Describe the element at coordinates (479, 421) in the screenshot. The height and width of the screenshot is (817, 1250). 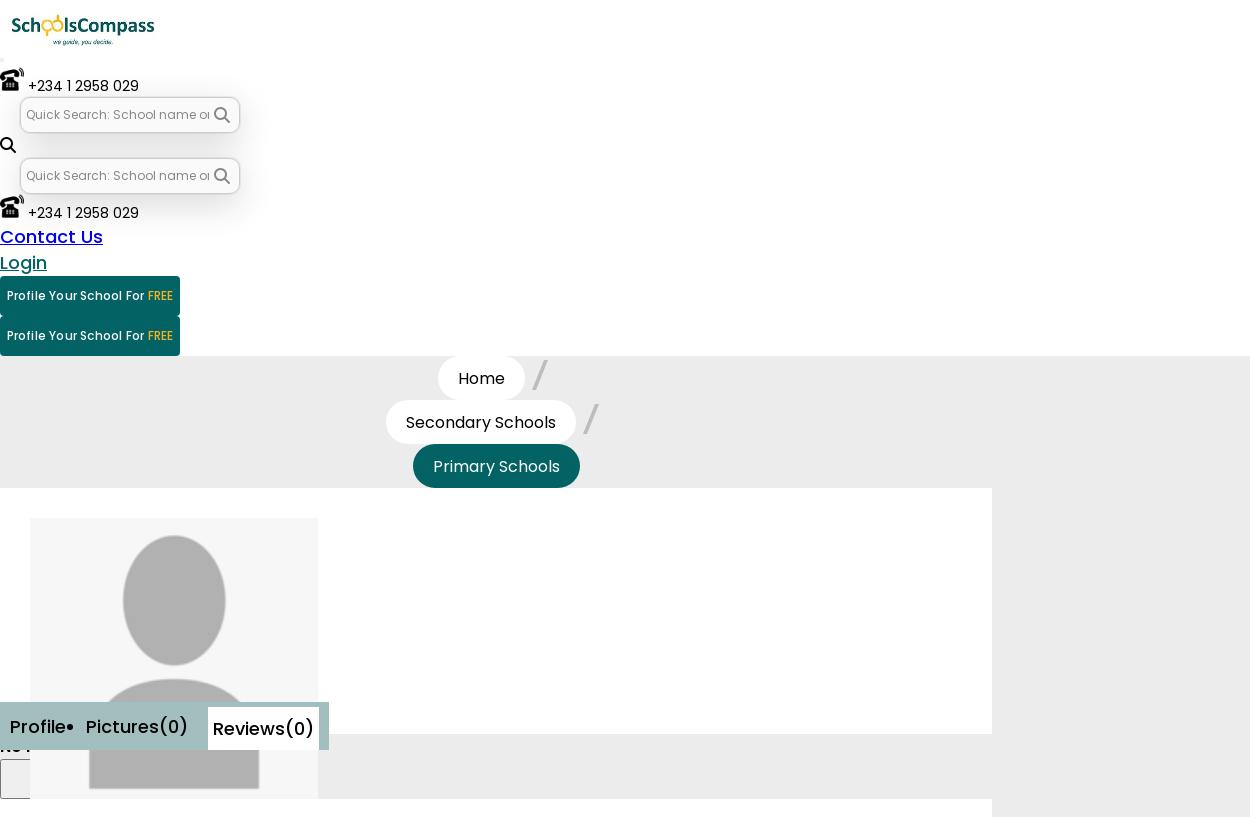
I see `'Secondary Schools'` at that location.